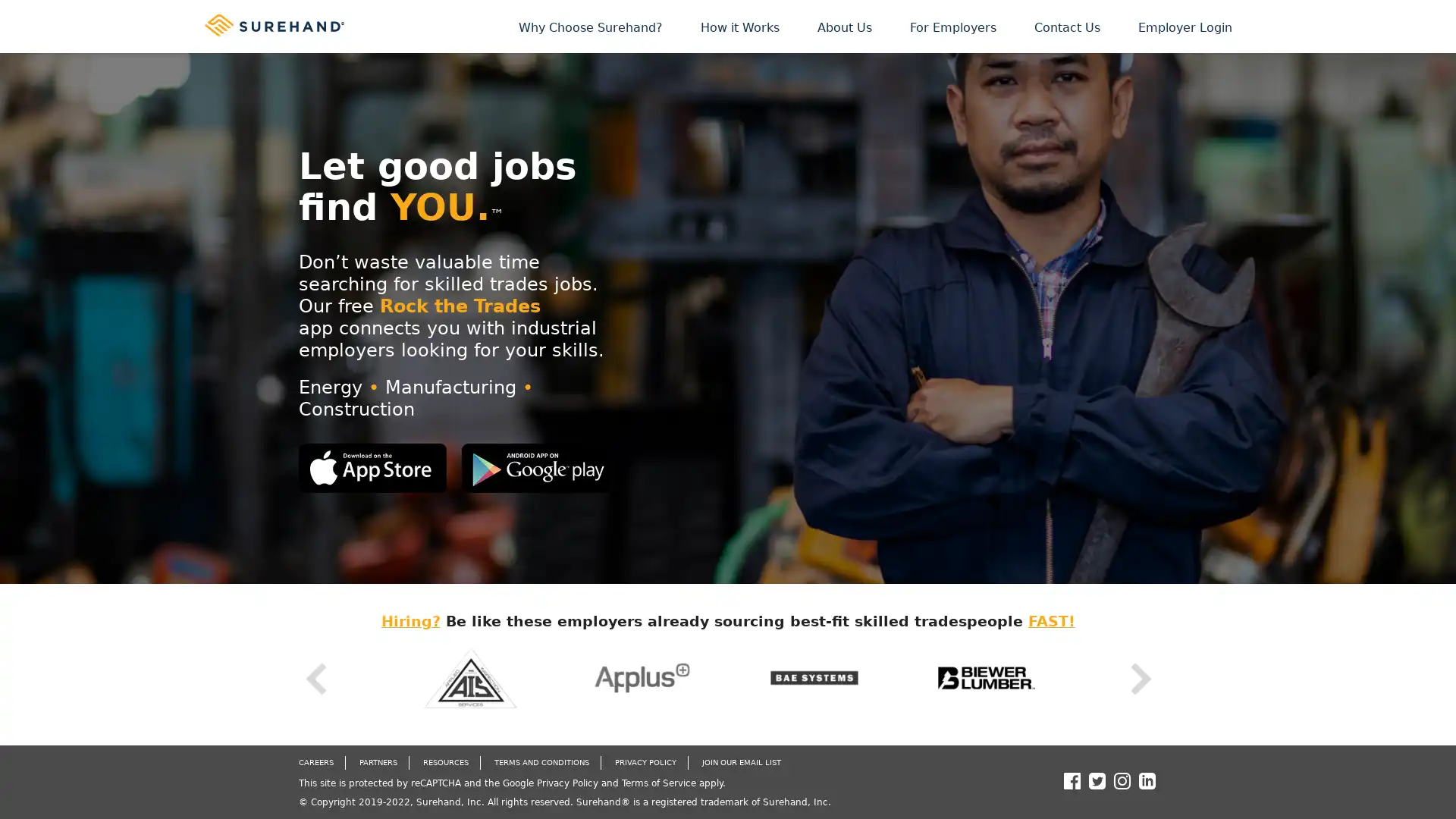  What do you see at coordinates (314, 678) in the screenshot?
I see `Previous` at bounding box center [314, 678].